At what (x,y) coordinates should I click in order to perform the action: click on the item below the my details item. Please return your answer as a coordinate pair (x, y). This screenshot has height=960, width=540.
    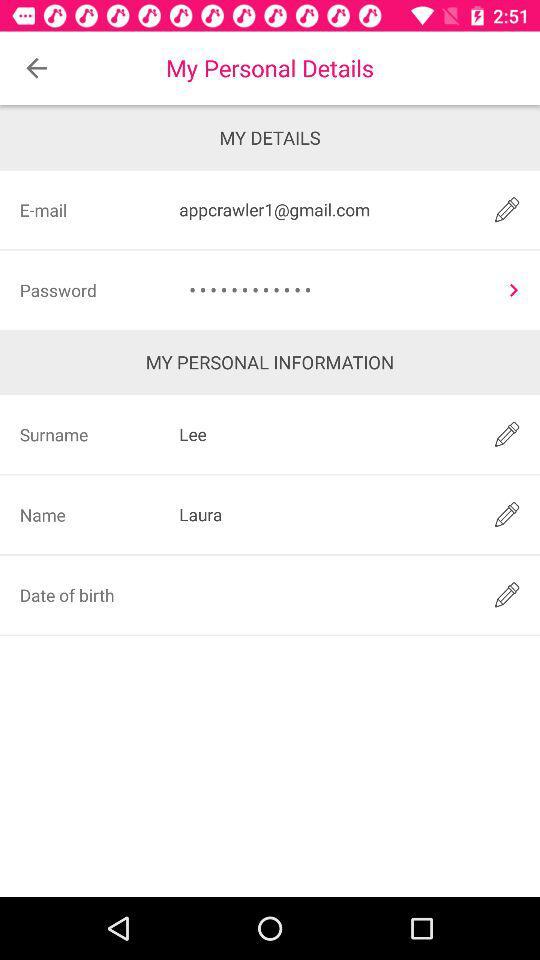
    Looking at the image, I should click on (323, 209).